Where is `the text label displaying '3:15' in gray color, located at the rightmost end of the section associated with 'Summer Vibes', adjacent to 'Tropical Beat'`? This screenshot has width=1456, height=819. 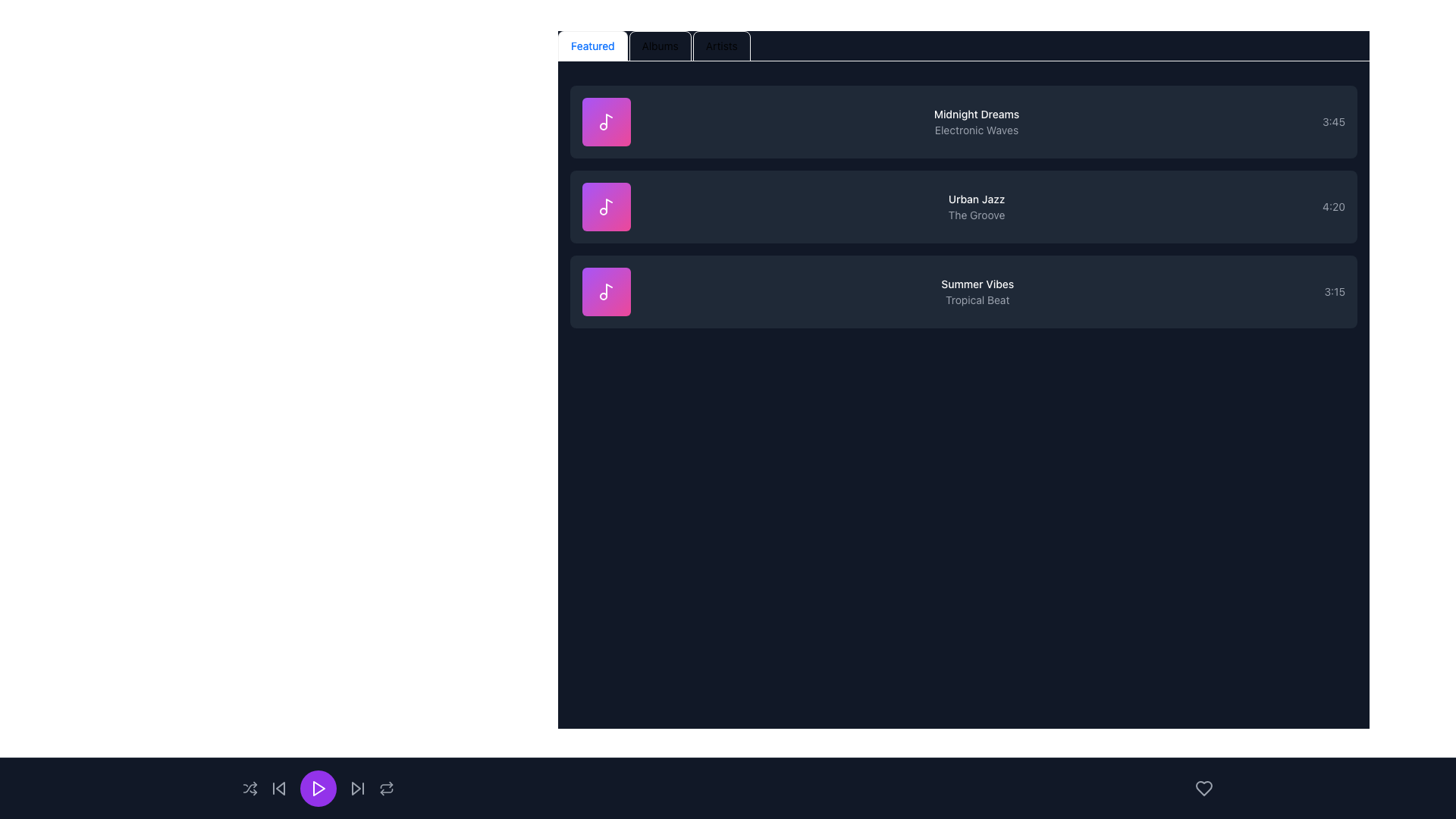
the text label displaying '3:15' in gray color, located at the rightmost end of the section associated with 'Summer Vibes', adjacent to 'Tropical Beat' is located at coordinates (1335, 292).